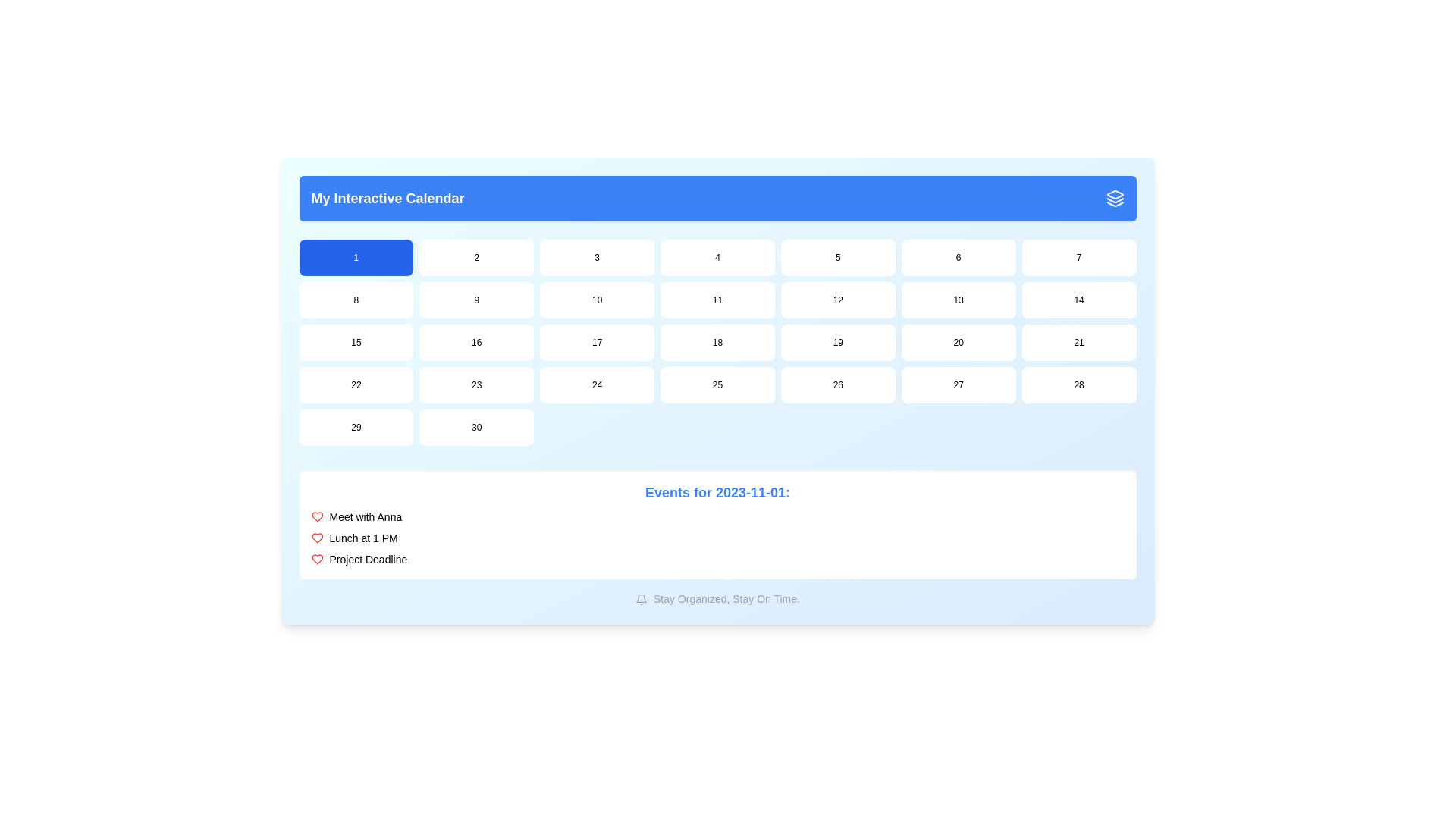 This screenshot has width=1456, height=819. What do you see at coordinates (596, 342) in the screenshot?
I see `the selectable calendar day button located in the third row and third column of the grid` at bounding box center [596, 342].